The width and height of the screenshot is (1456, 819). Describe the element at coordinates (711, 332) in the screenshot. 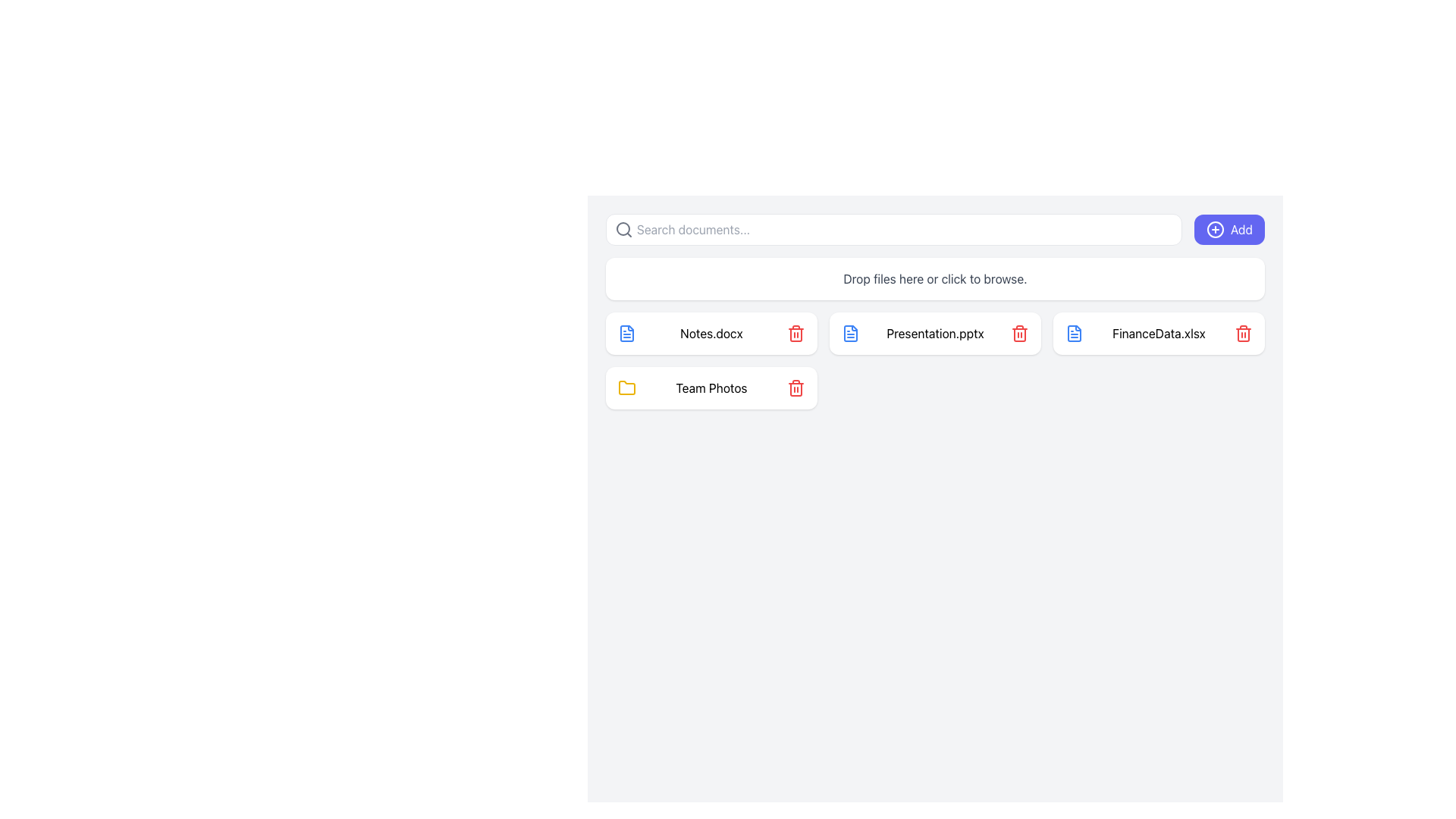

I see `the text label indicating the file name 'Notes.docx', which is positioned between a blue file icon and a red trash can icon in a horizontal list of file-like items` at that location.